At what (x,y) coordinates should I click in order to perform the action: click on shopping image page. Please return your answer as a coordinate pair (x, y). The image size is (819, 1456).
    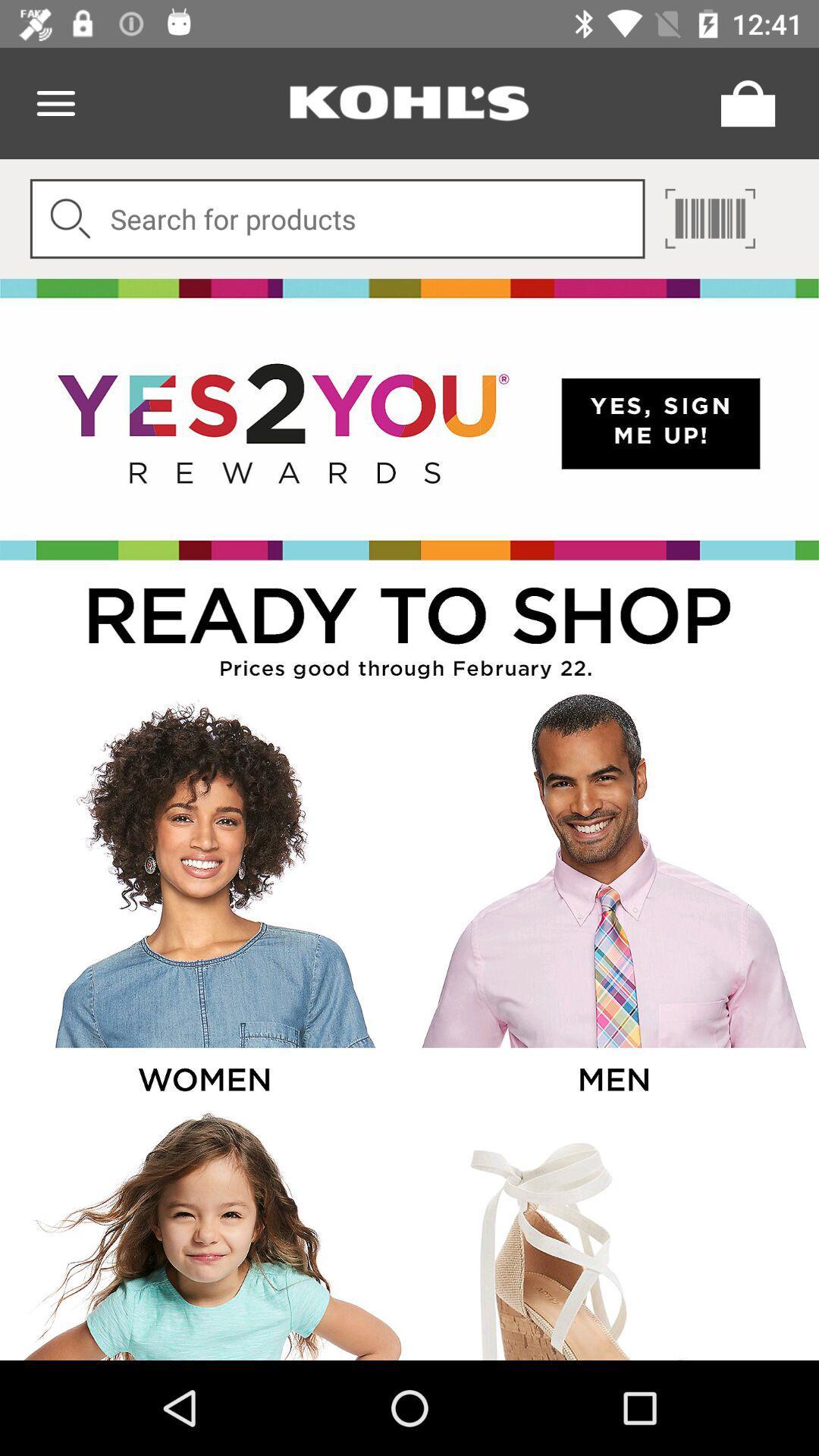
    Looking at the image, I should click on (612, 1234).